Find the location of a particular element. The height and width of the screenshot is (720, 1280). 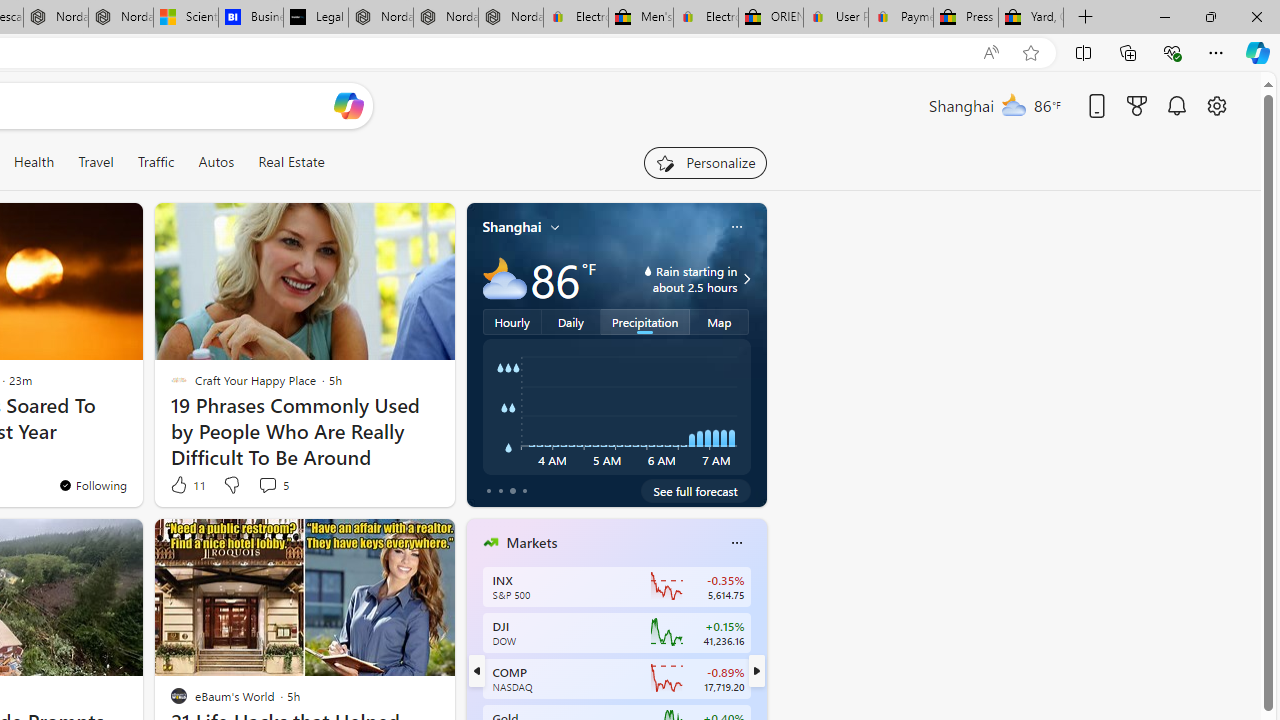

'View comments 5 Comment' is located at coordinates (266, 485).